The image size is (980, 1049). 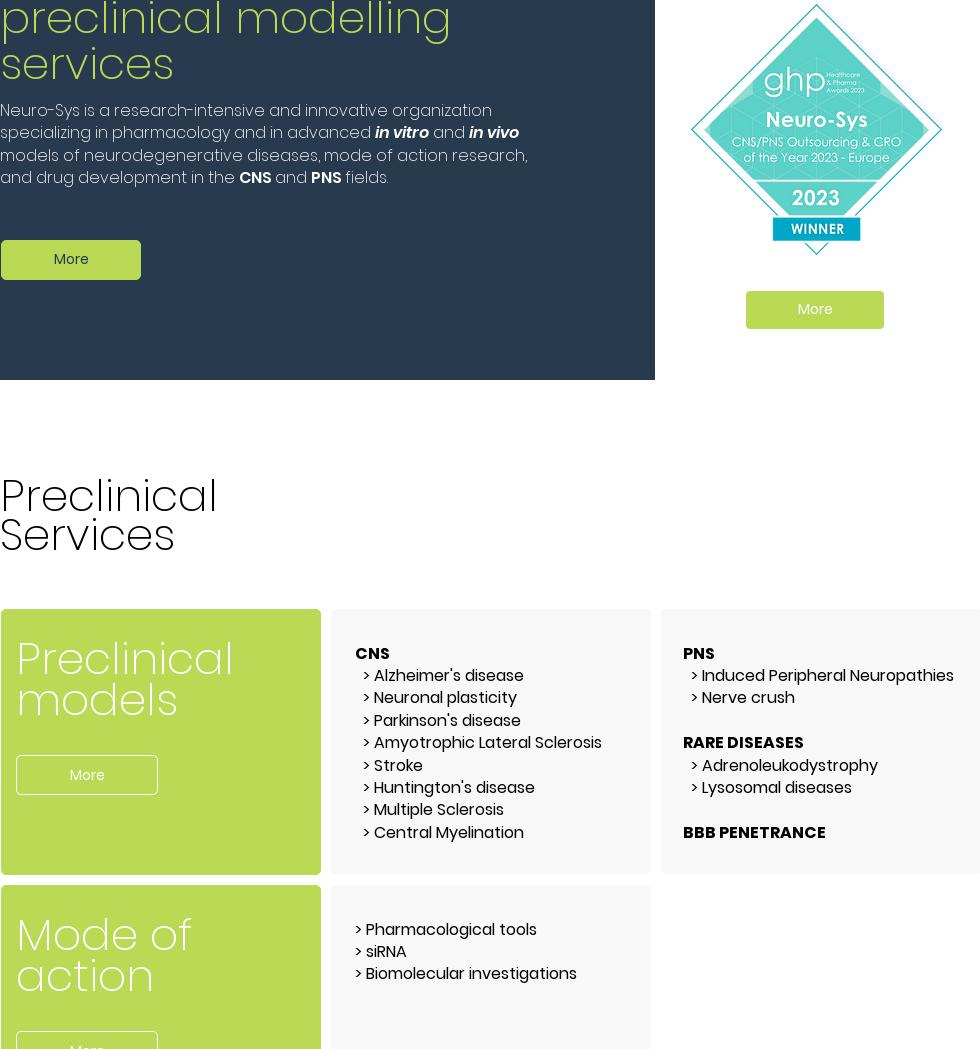 I want to click on '> siRNA', so click(x=381, y=950).